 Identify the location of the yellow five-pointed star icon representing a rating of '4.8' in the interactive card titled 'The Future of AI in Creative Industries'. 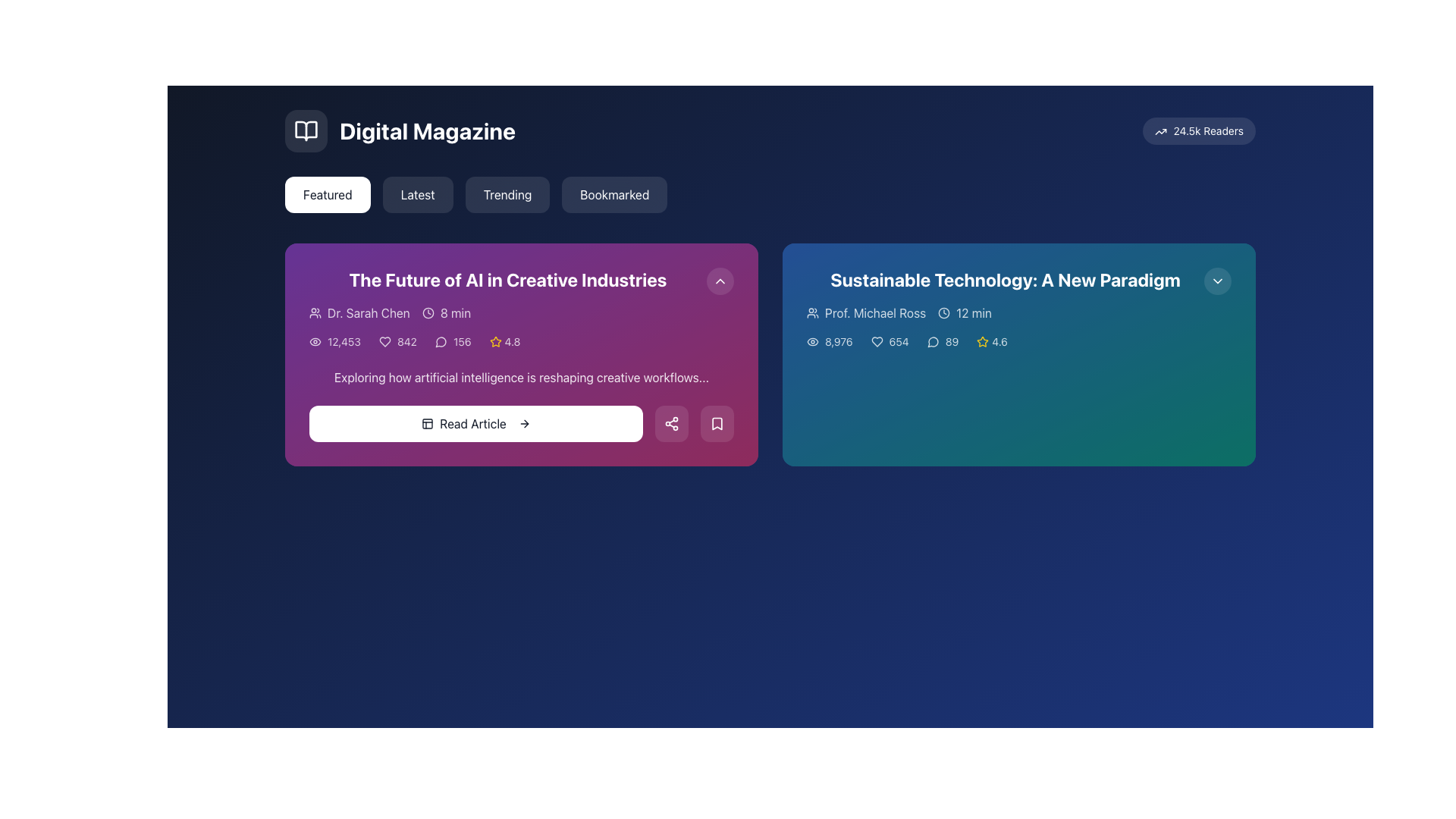
(495, 341).